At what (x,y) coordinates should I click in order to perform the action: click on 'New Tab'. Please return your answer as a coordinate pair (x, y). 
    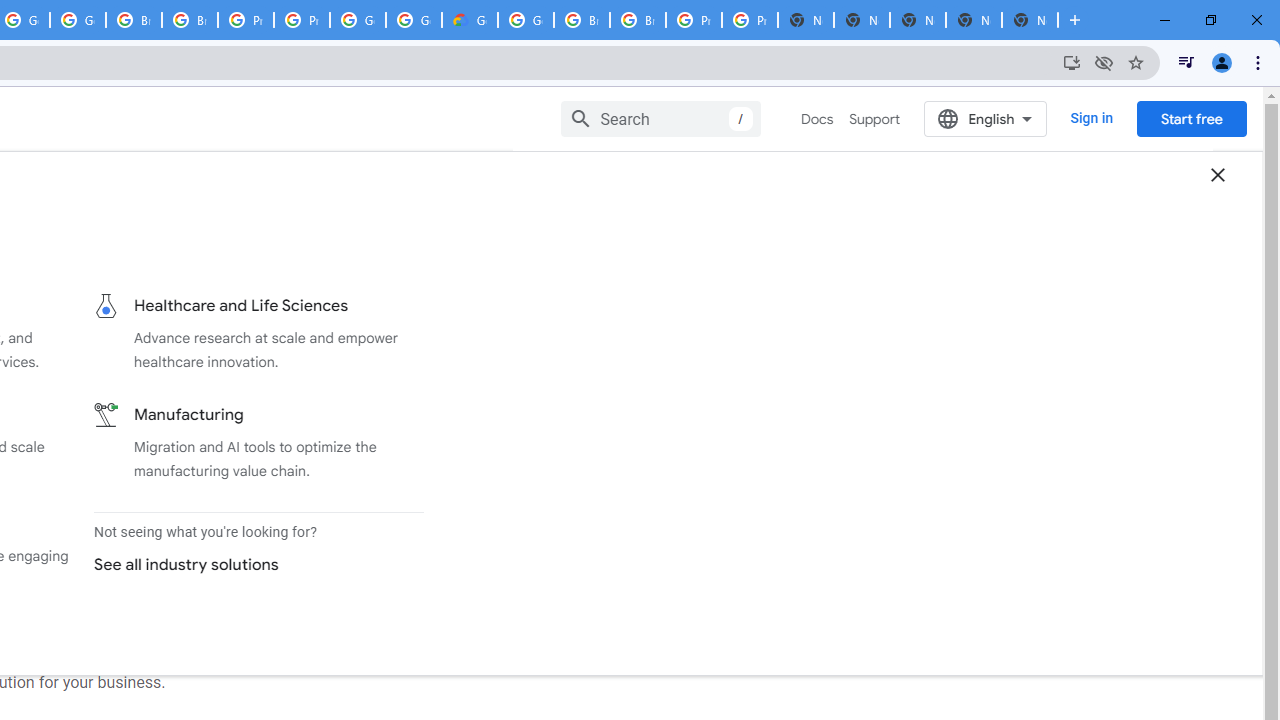
    Looking at the image, I should click on (1030, 20).